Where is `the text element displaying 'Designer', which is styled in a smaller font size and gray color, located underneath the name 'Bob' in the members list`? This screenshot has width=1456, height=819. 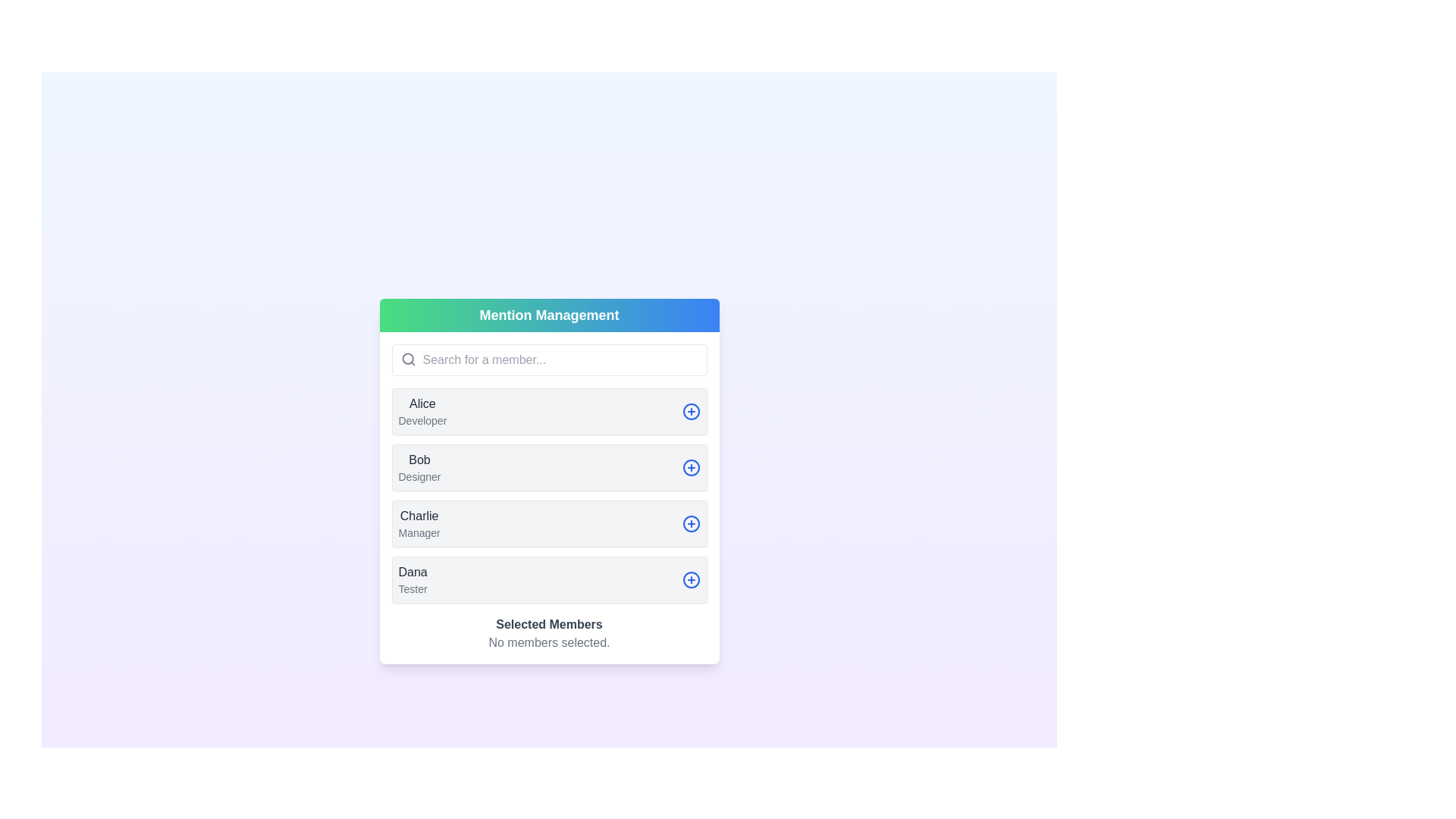
the text element displaying 'Designer', which is styled in a smaller font size and gray color, located underneath the name 'Bob' in the members list is located at coordinates (419, 475).